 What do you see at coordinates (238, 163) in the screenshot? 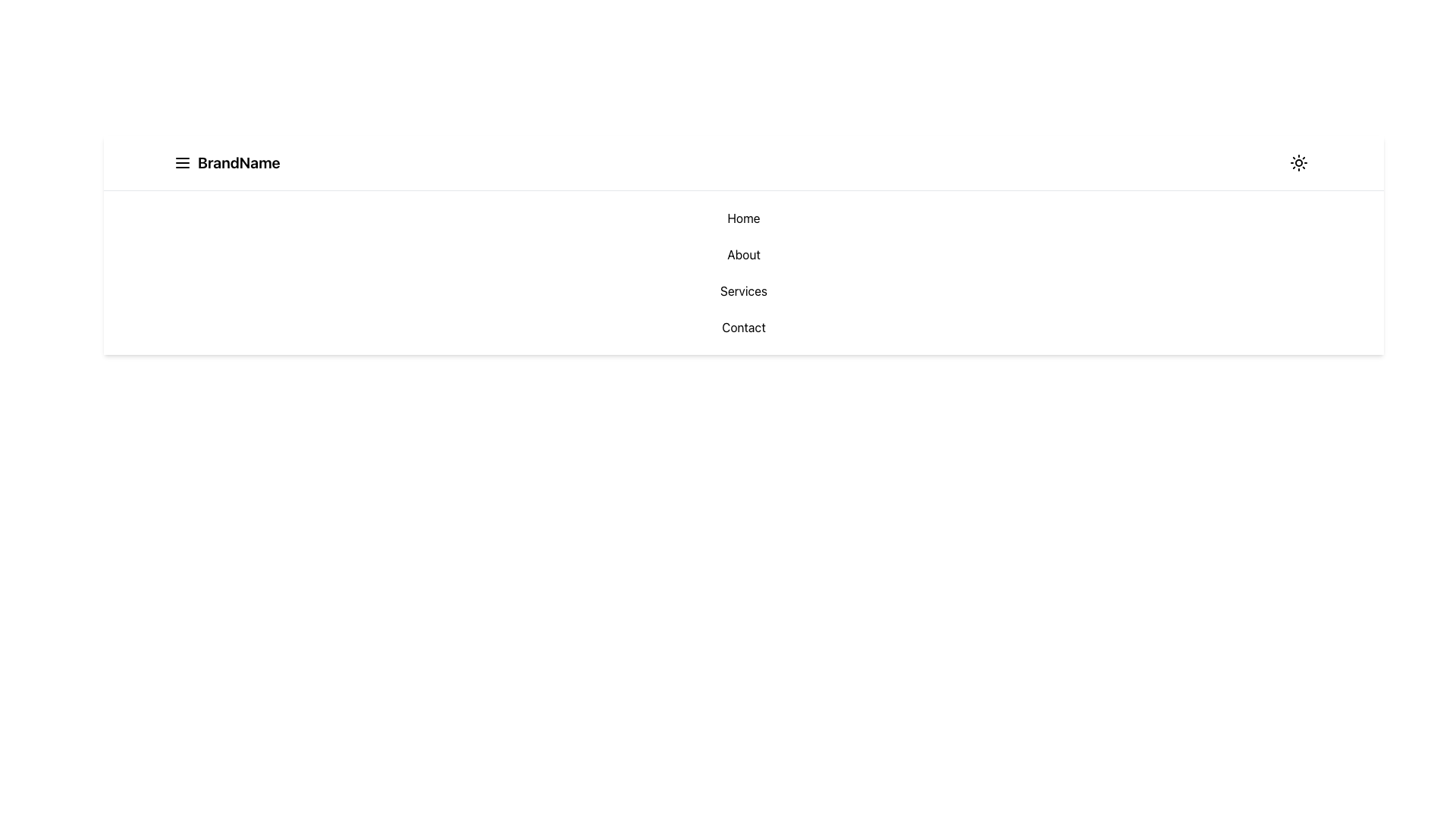
I see `the prominent label or heading text displaying 'BrandName' located in the top-left region of the interface, positioned to the right of the menu icon` at bounding box center [238, 163].